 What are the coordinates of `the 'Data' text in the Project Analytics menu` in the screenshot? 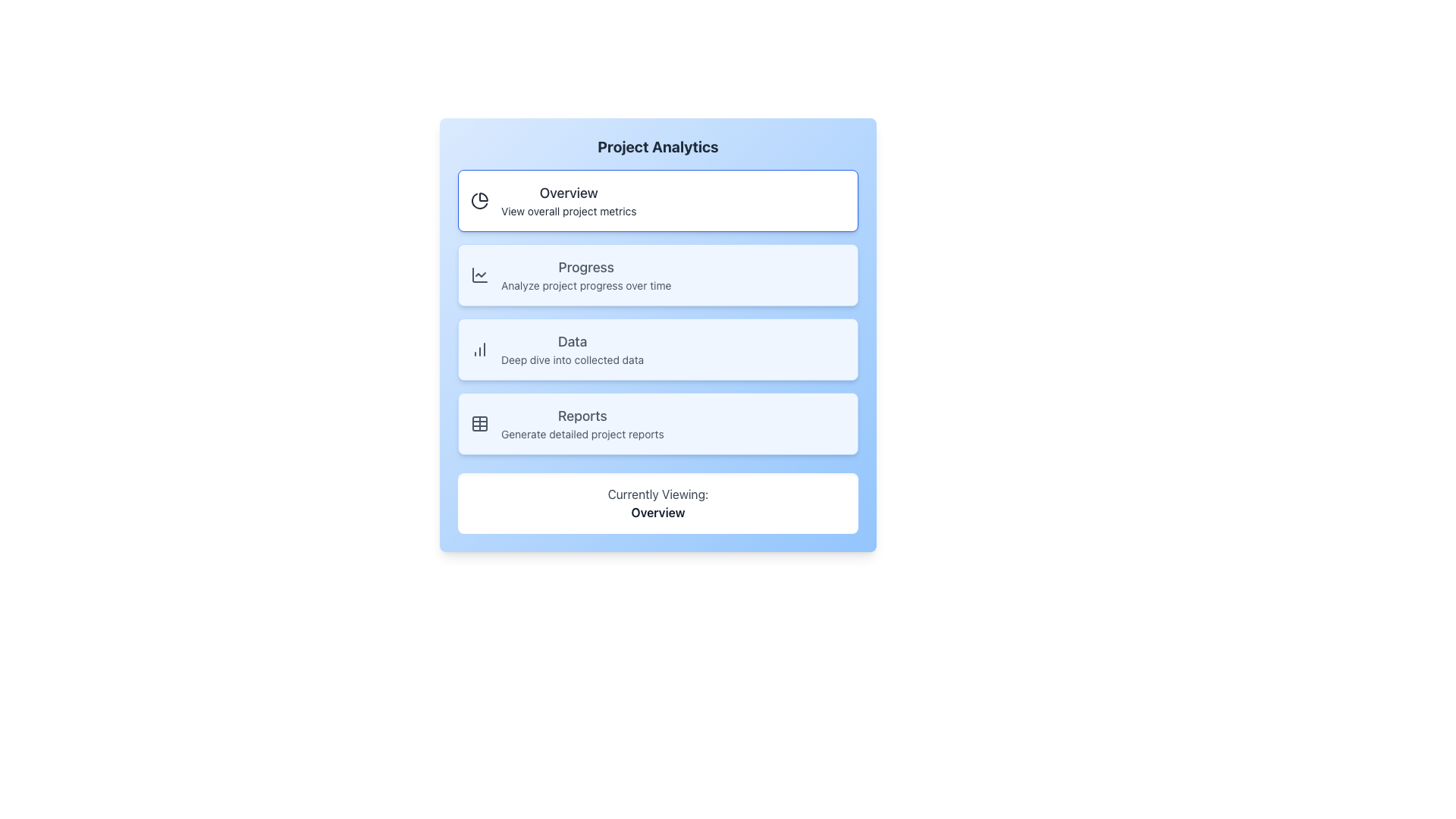 It's located at (572, 350).